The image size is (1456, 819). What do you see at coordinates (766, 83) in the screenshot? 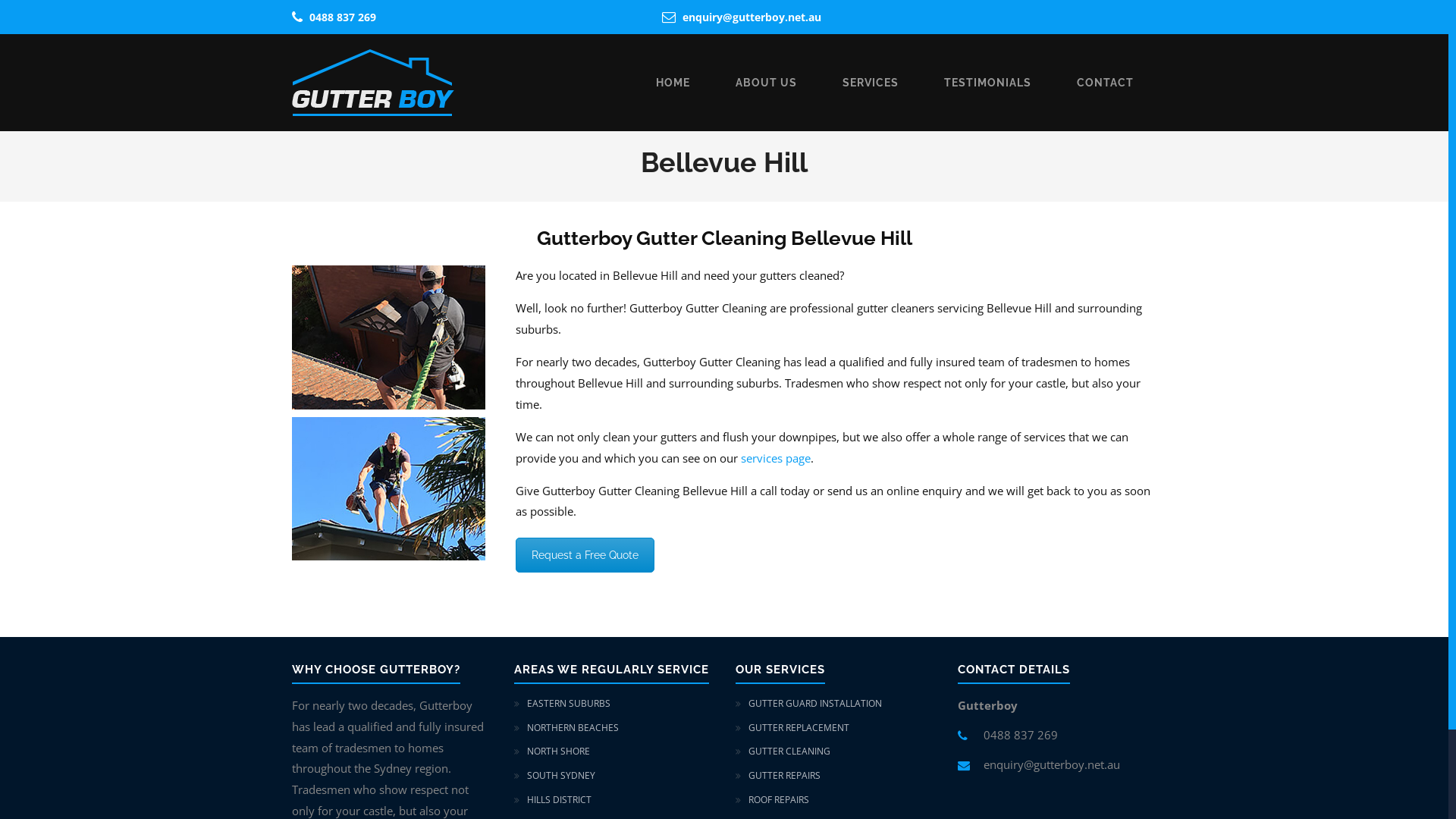
I see `'ABOUT US'` at bounding box center [766, 83].